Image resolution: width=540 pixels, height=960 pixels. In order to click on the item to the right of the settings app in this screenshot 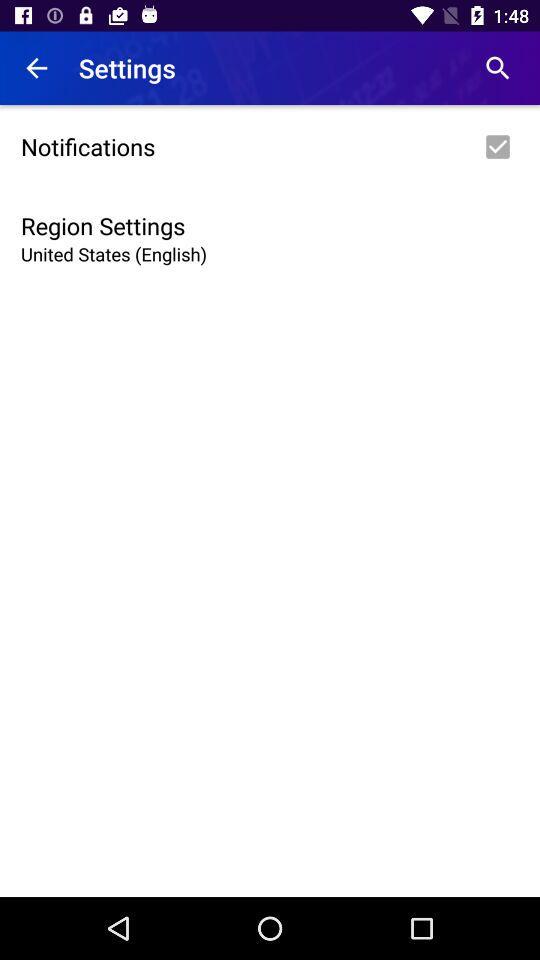, I will do `click(496, 68)`.